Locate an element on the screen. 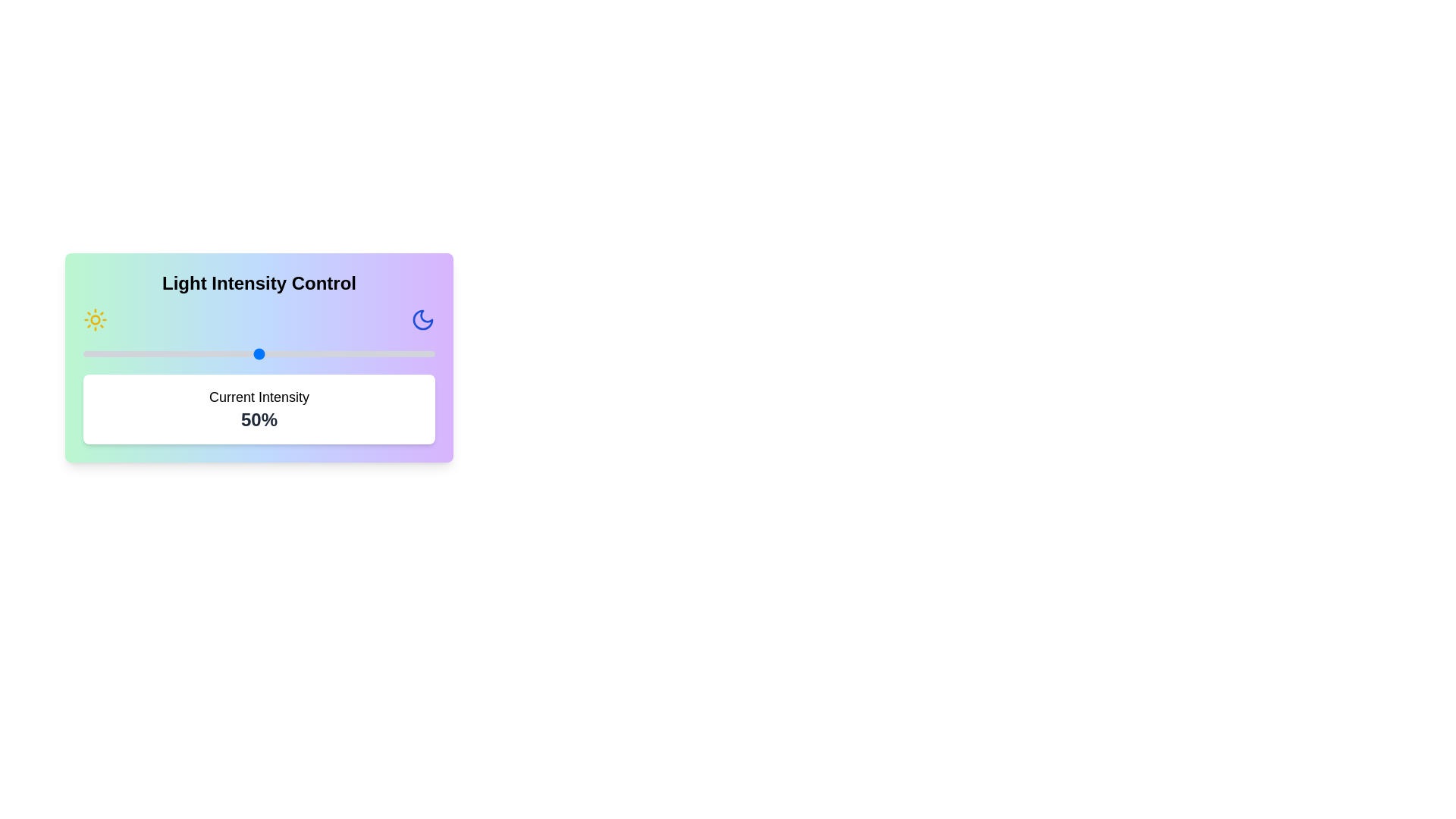  the small circle within the sun-like icon representing light or brightness control, located at the center of the sun icon on the left side of the 'Light Intensity Control' card is located at coordinates (94, 318).